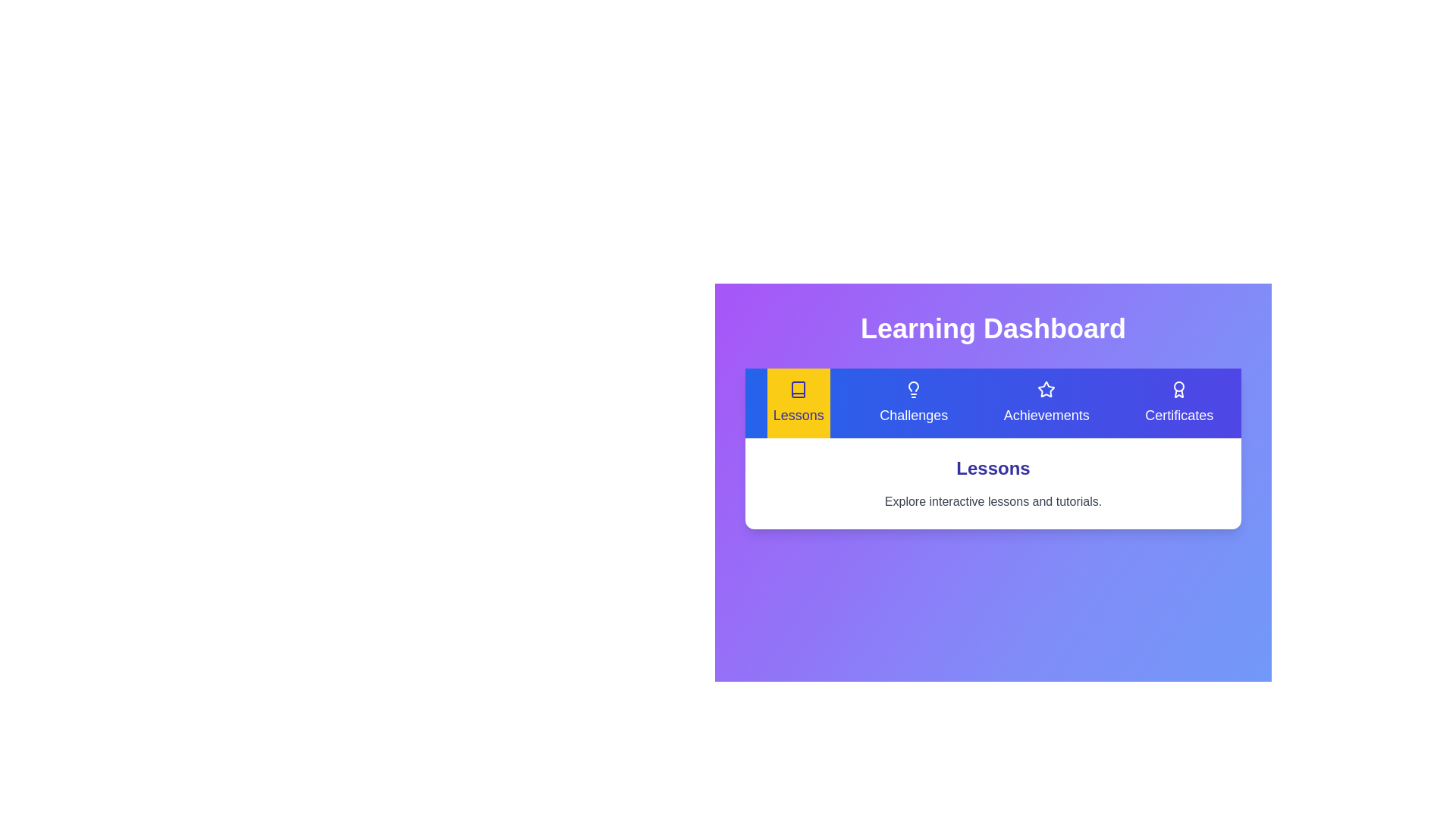  What do you see at coordinates (1178, 403) in the screenshot?
I see `the Certificates tab by clicking its button` at bounding box center [1178, 403].